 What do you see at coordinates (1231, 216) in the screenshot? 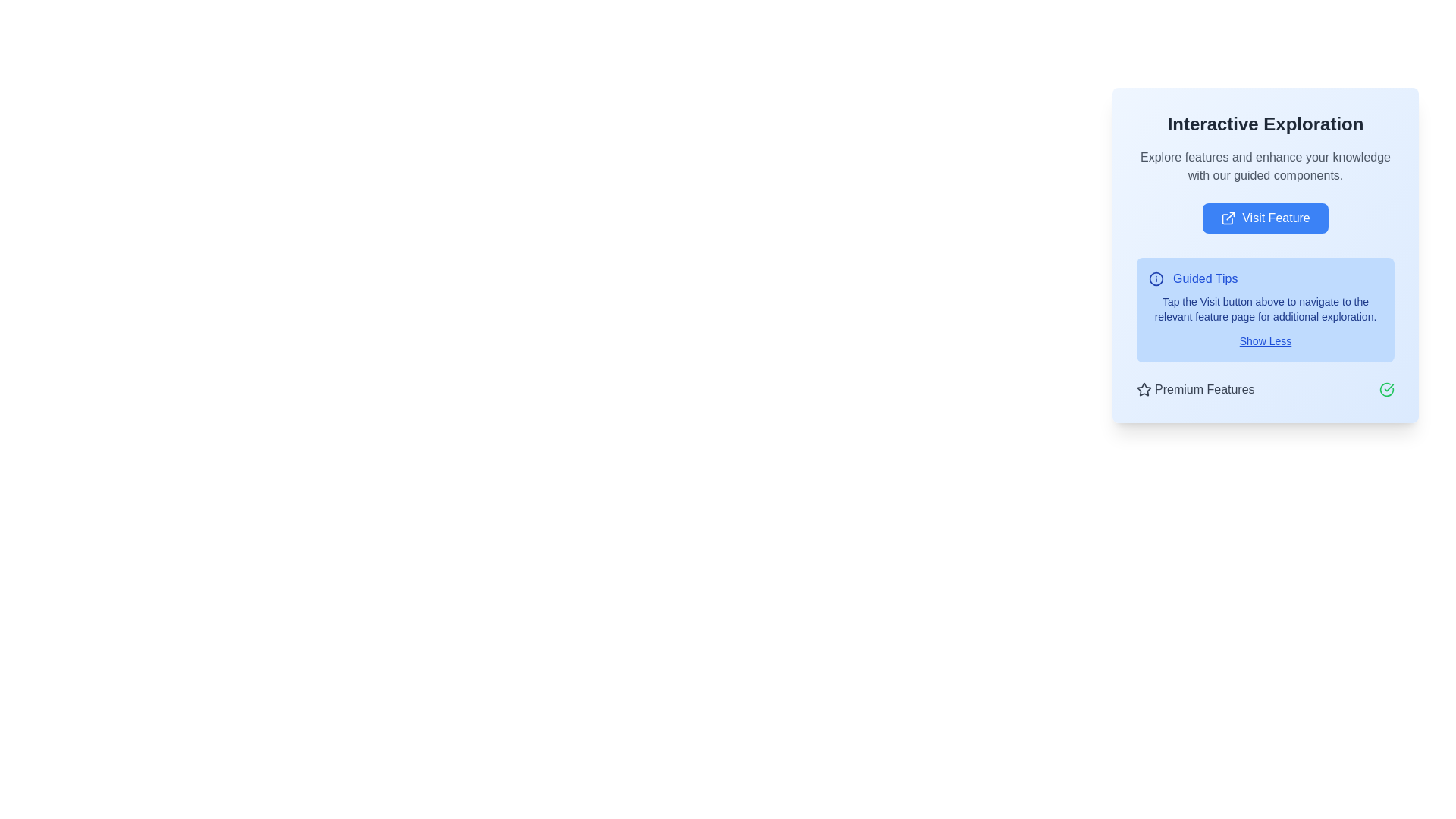
I see `the second visual element of the SVG icon representing an external link, which is located near the top-left of the blue 'Visit Feature' button` at bounding box center [1231, 216].